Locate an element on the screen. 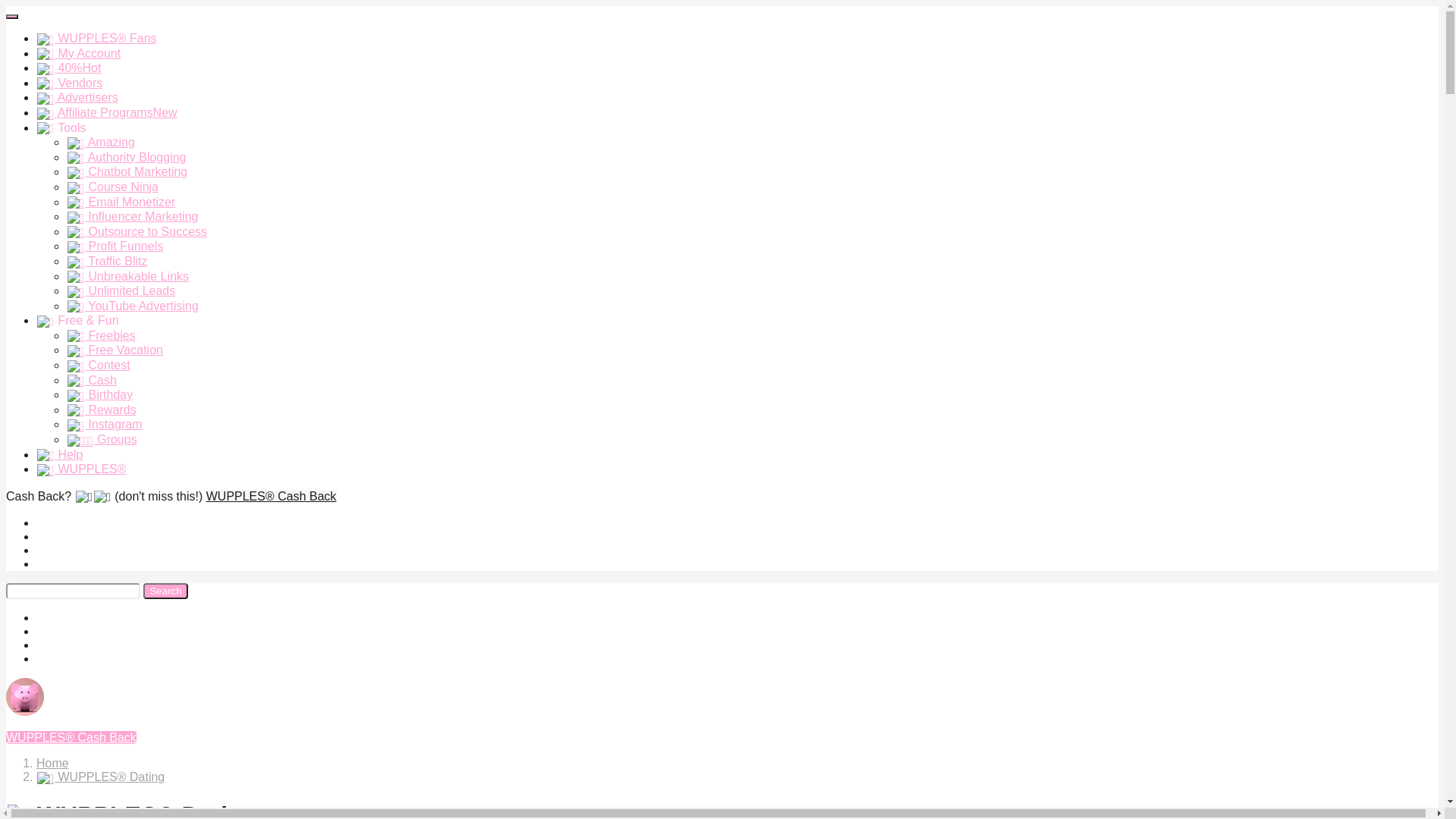 The image size is (1456, 819). 'Unbreakable Links' is located at coordinates (127, 276).